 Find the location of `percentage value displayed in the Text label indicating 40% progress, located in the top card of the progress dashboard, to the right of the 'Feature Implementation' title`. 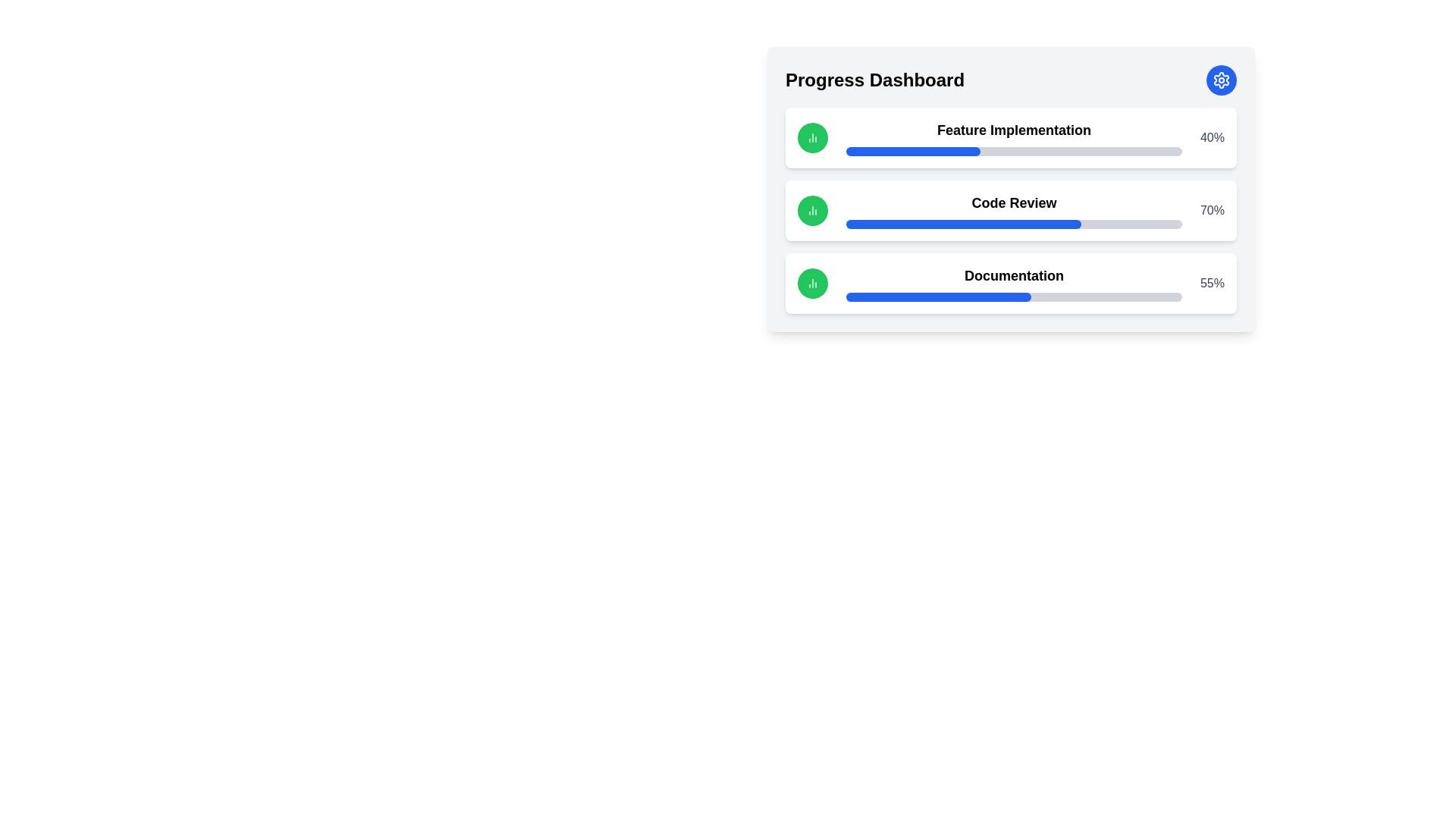

percentage value displayed in the Text label indicating 40% progress, located in the top card of the progress dashboard, to the right of the 'Feature Implementation' title is located at coordinates (1211, 137).